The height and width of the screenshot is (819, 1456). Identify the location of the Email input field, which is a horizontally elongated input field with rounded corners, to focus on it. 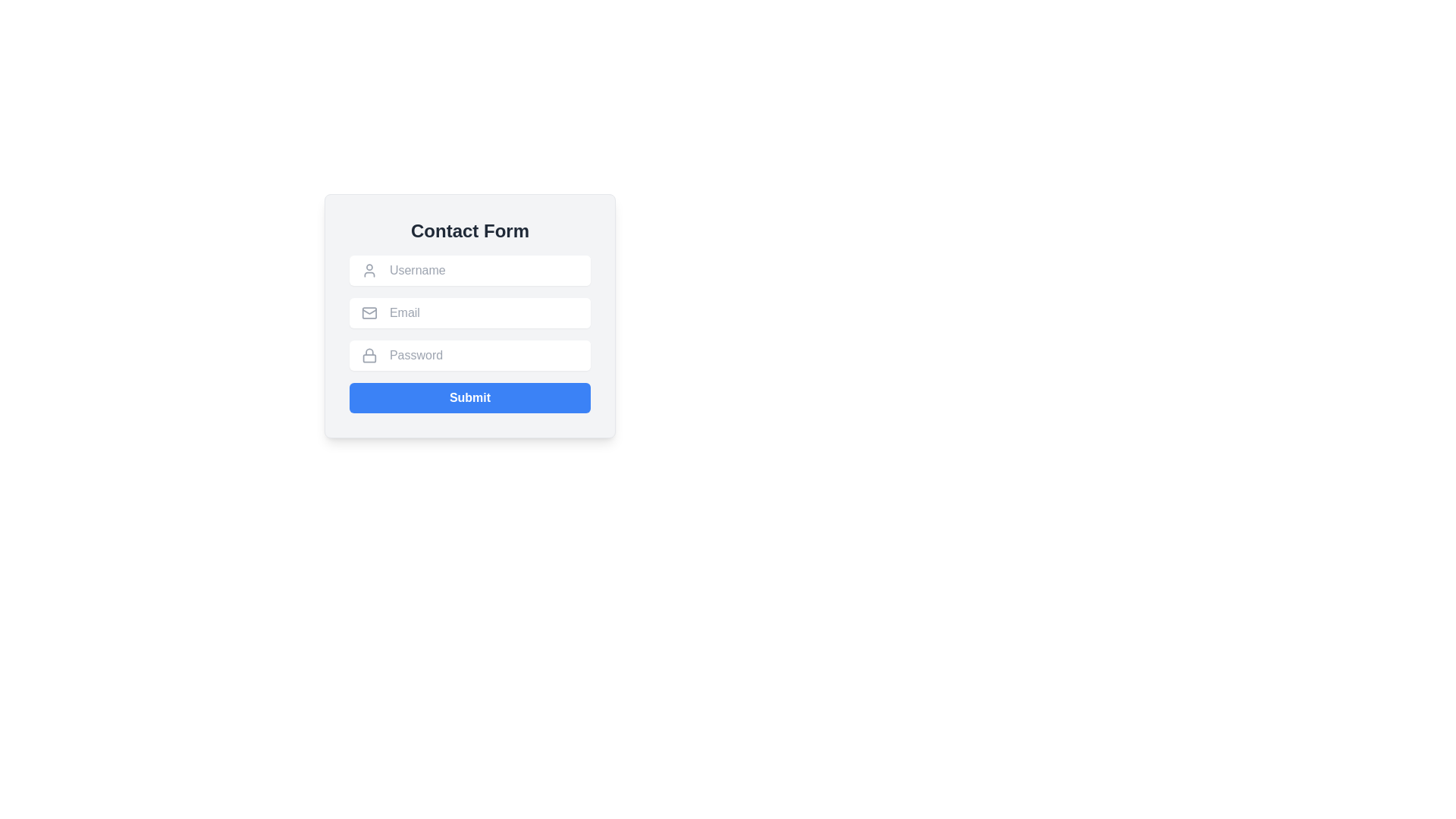
(483, 312).